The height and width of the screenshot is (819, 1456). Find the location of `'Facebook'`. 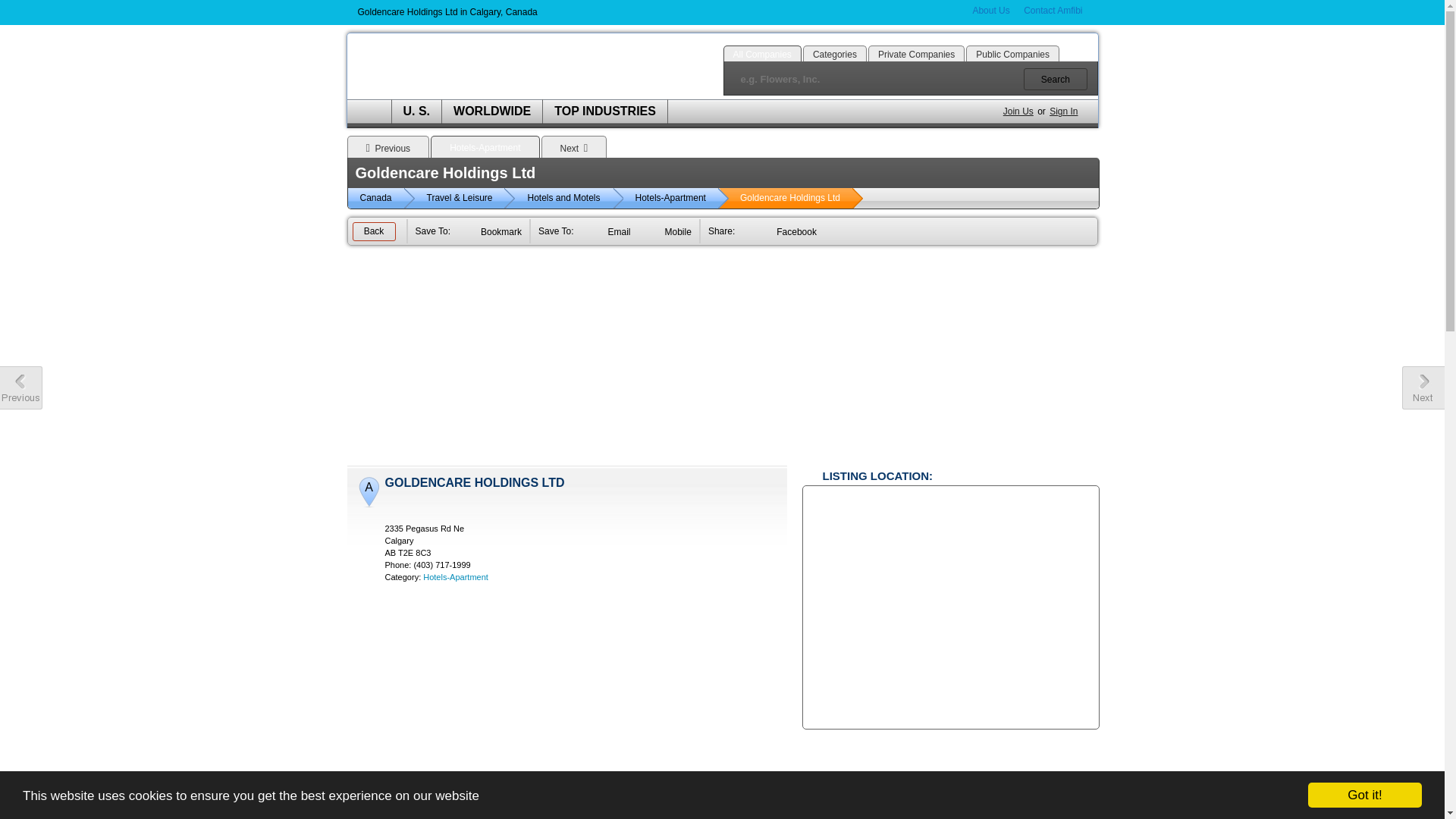

'Facebook' is located at coordinates (785, 232).